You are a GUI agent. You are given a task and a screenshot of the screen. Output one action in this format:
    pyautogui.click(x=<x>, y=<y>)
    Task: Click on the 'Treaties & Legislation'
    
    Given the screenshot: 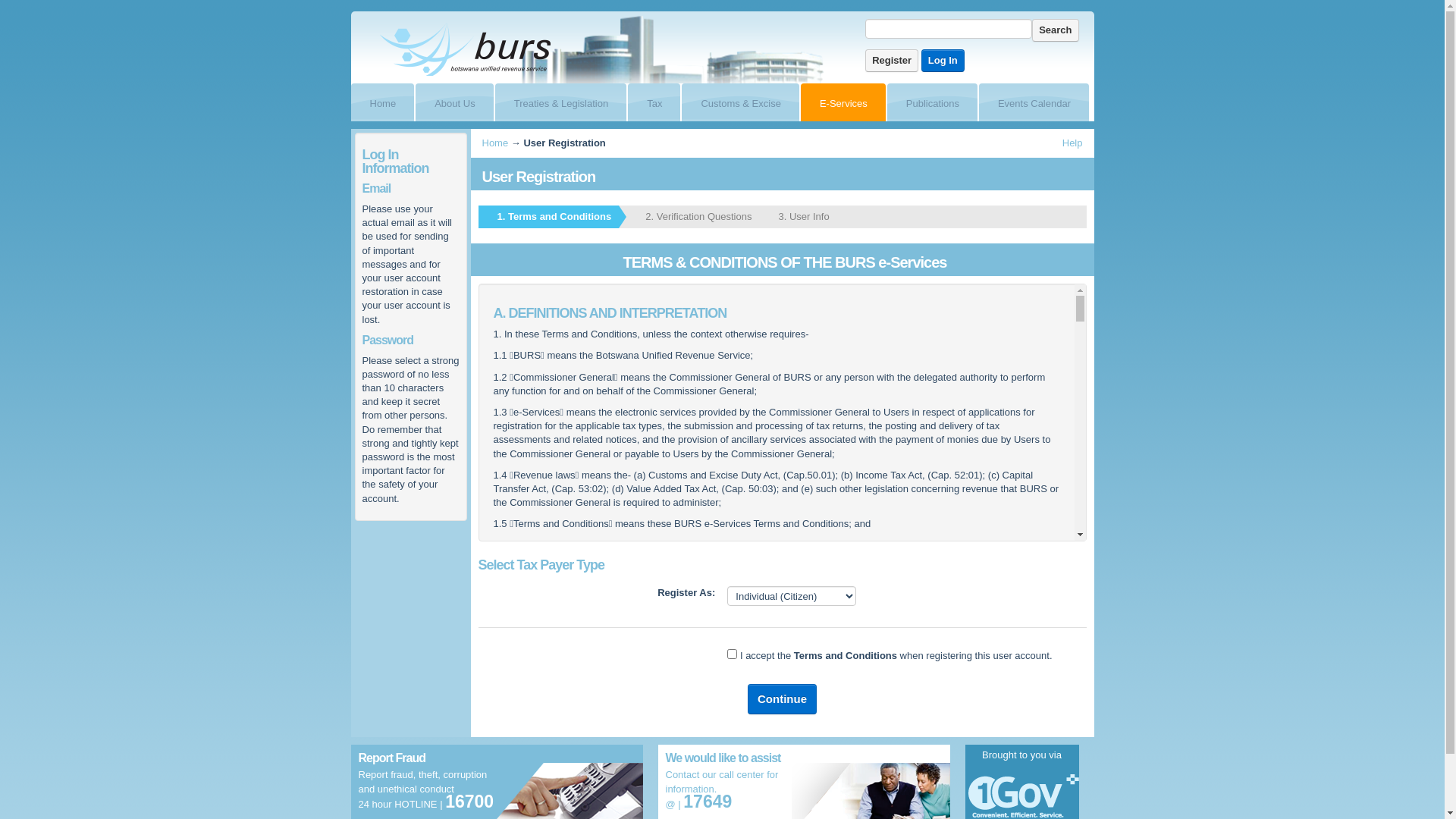 What is the action you would take?
    pyautogui.click(x=553, y=102)
    